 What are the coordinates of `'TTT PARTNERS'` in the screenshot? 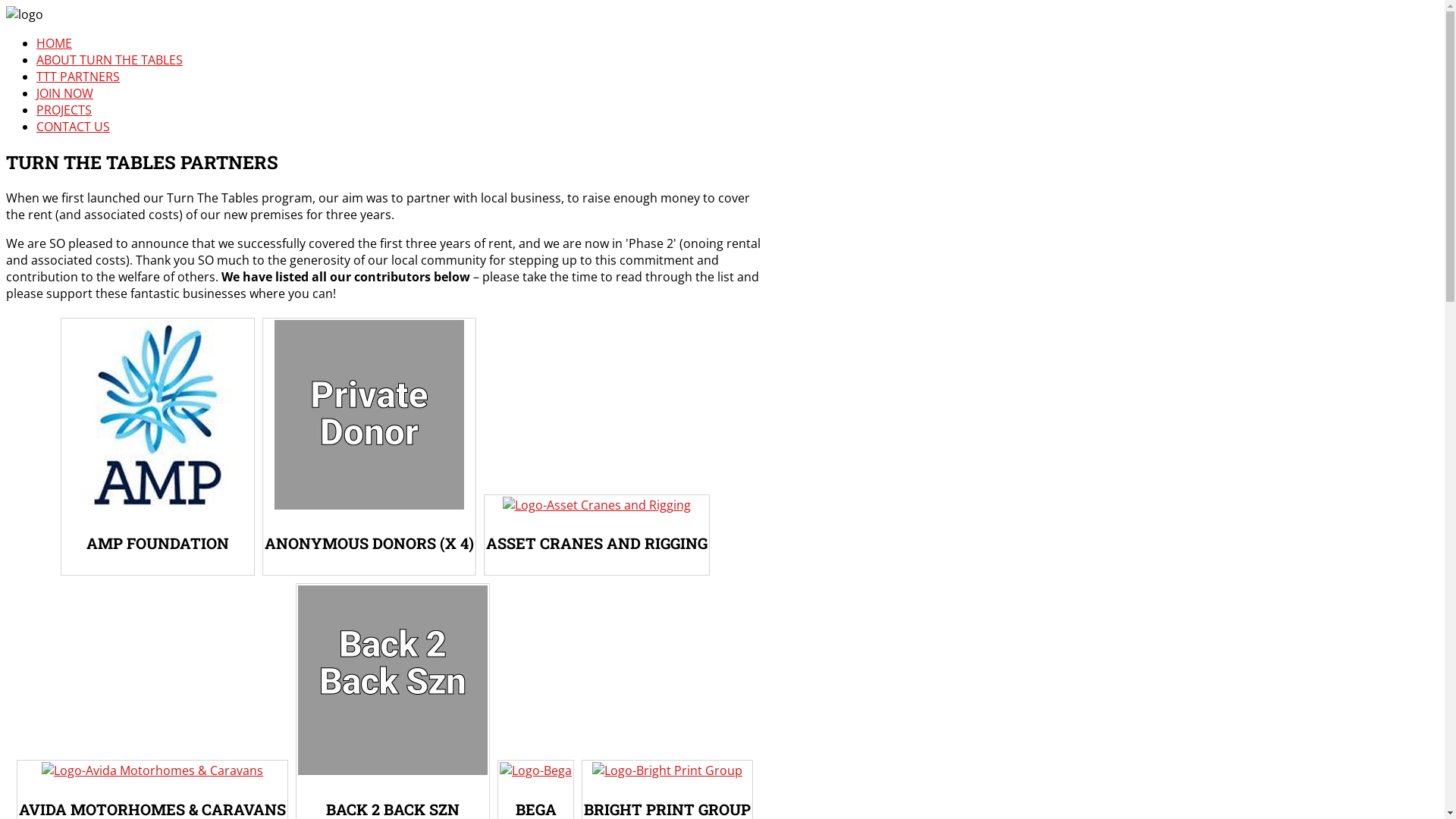 It's located at (77, 76).